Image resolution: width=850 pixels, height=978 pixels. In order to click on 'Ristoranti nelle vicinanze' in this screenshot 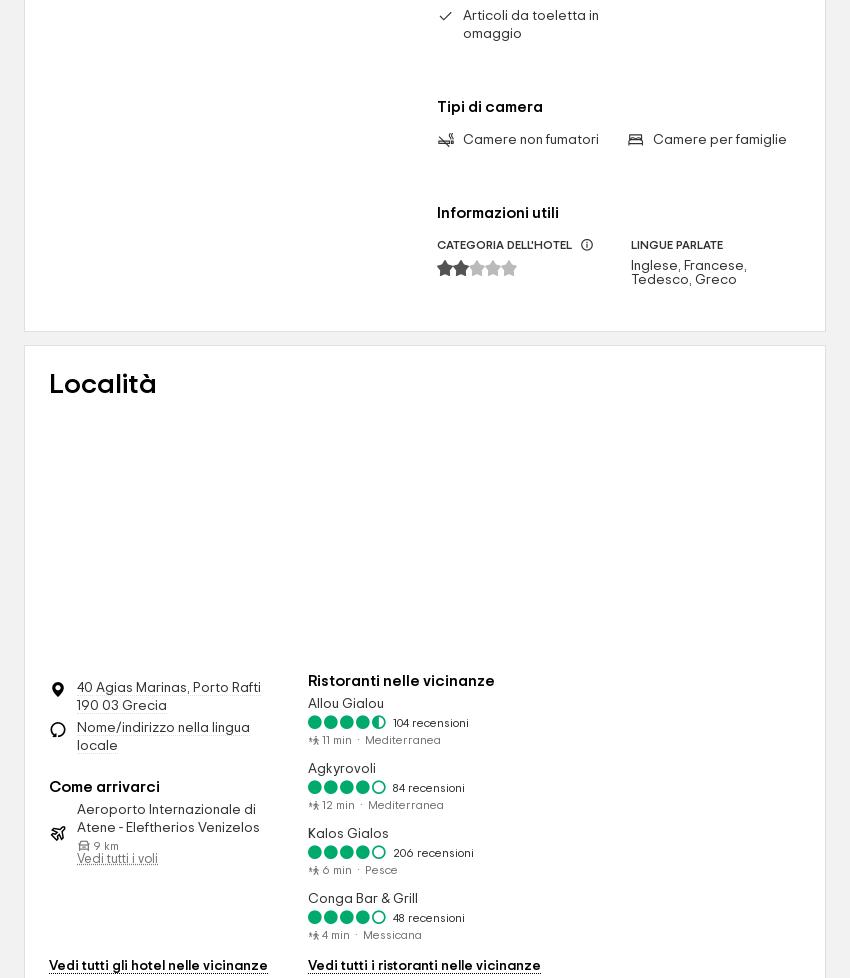, I will do `click(307, 680)`.